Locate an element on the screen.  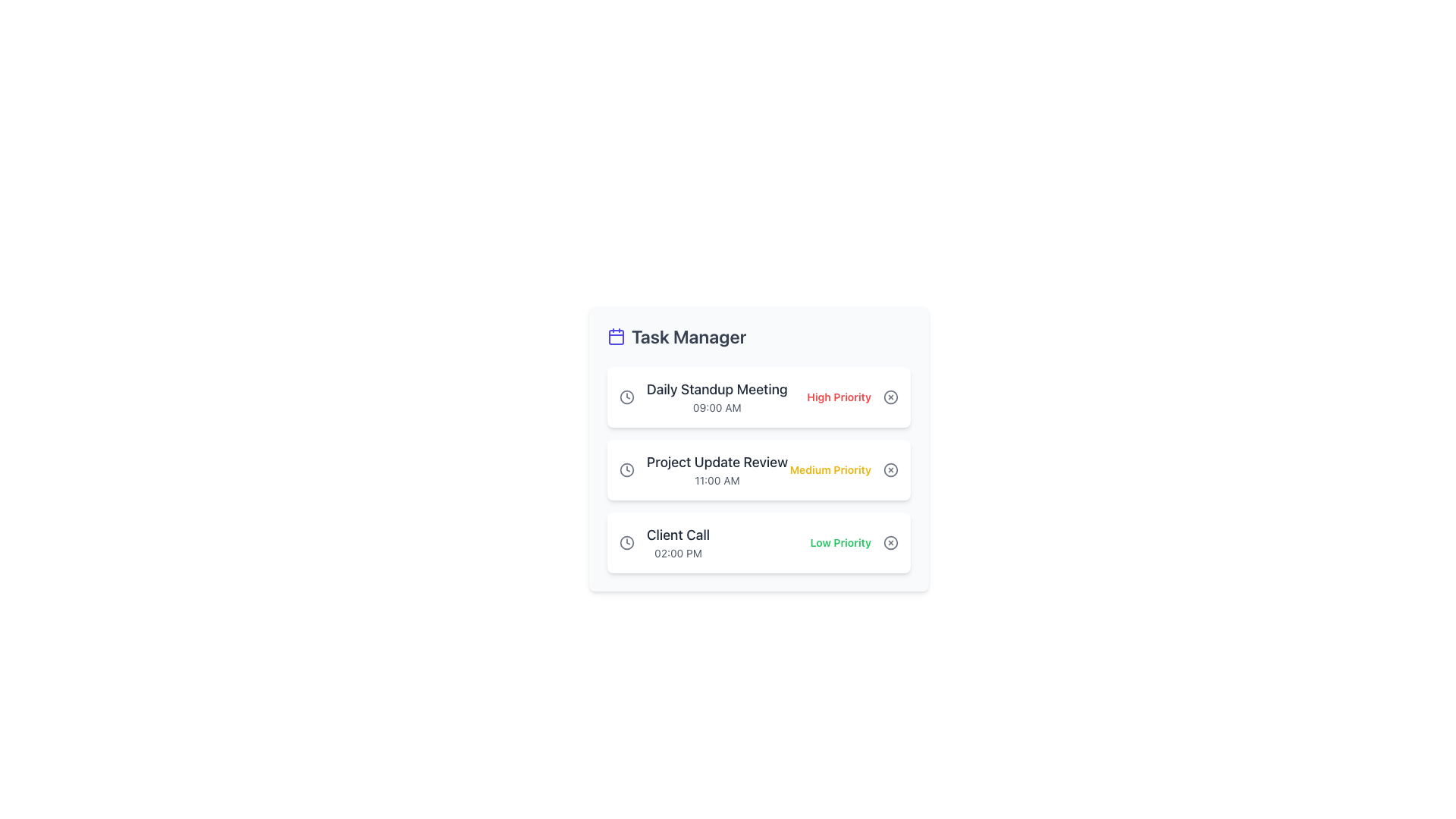
the title text label of the first task item in the task manager layout, which provides a summary of the task is located at coordinates (716, 388).